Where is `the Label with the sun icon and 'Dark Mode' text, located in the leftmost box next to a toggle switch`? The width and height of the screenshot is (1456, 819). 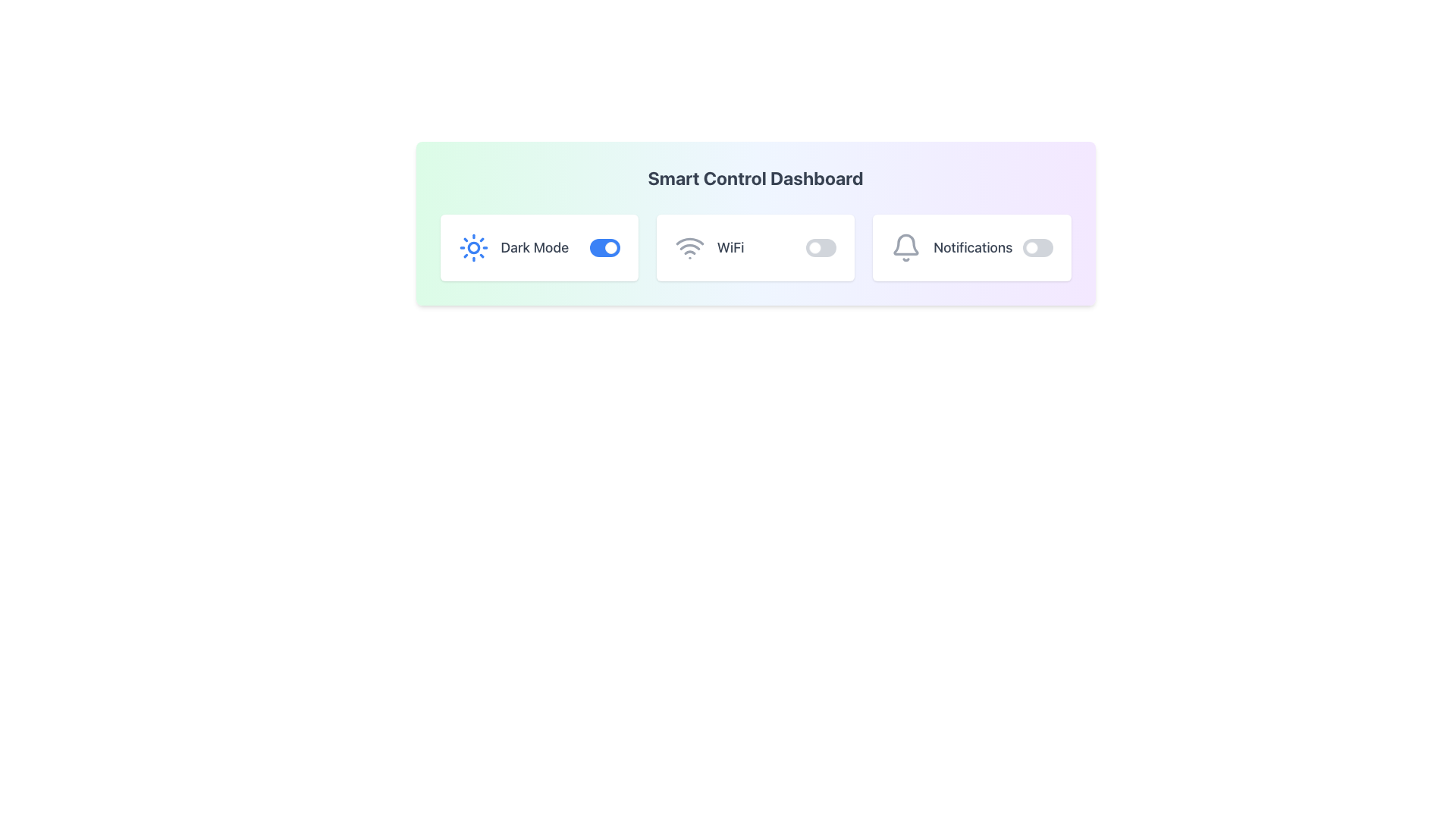
the Label with the sun icon and 'Dark Mode' text, located in the leftmost box next to a toggle switch is located at coordinates (513, 247).